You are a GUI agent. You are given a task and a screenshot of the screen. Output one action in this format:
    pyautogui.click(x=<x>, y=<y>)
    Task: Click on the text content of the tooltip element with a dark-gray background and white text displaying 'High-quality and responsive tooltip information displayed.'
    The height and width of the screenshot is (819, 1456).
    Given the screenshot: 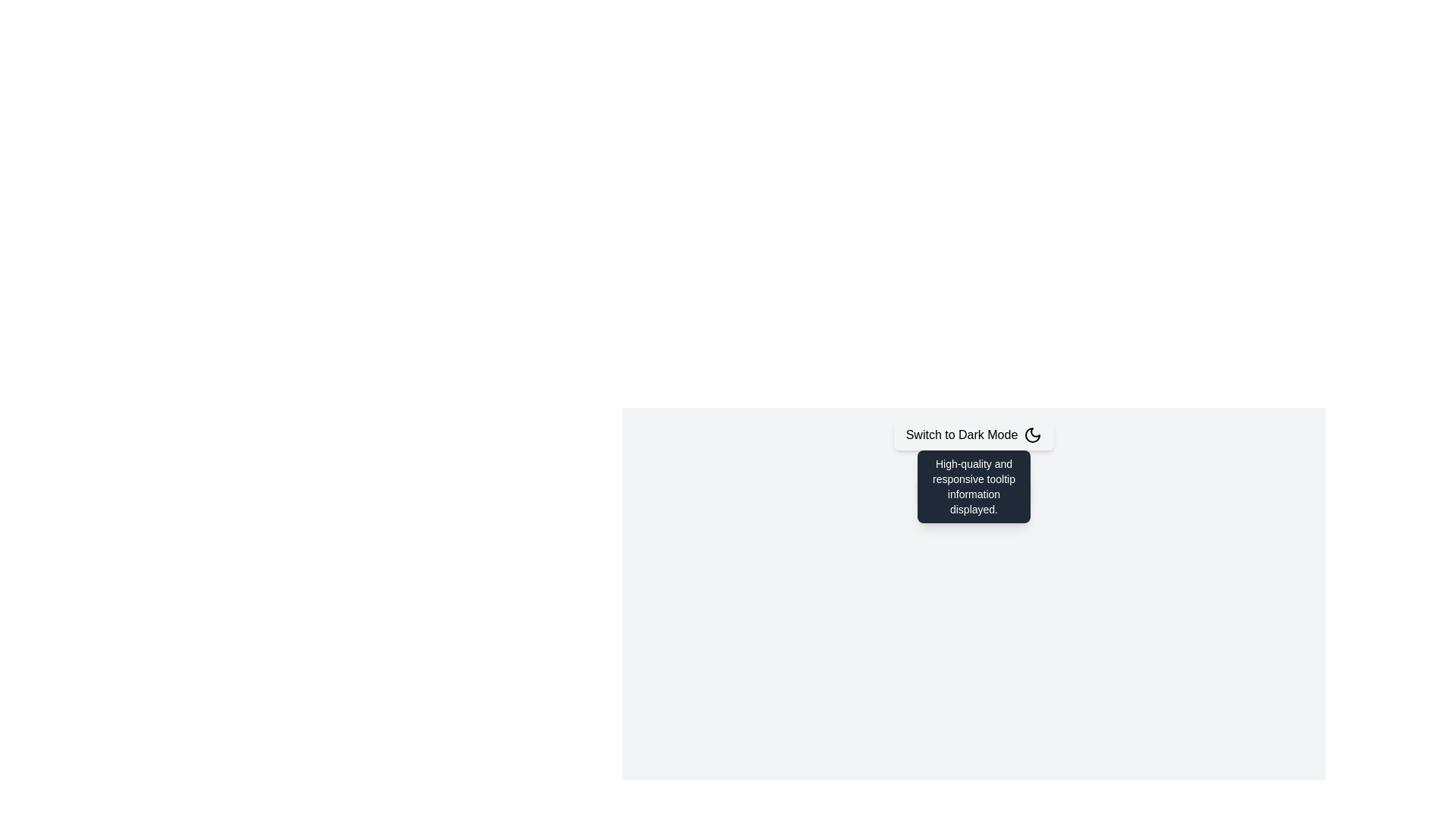 What is the action you would take?
    pyautogui.click(x=974, y=486)
    